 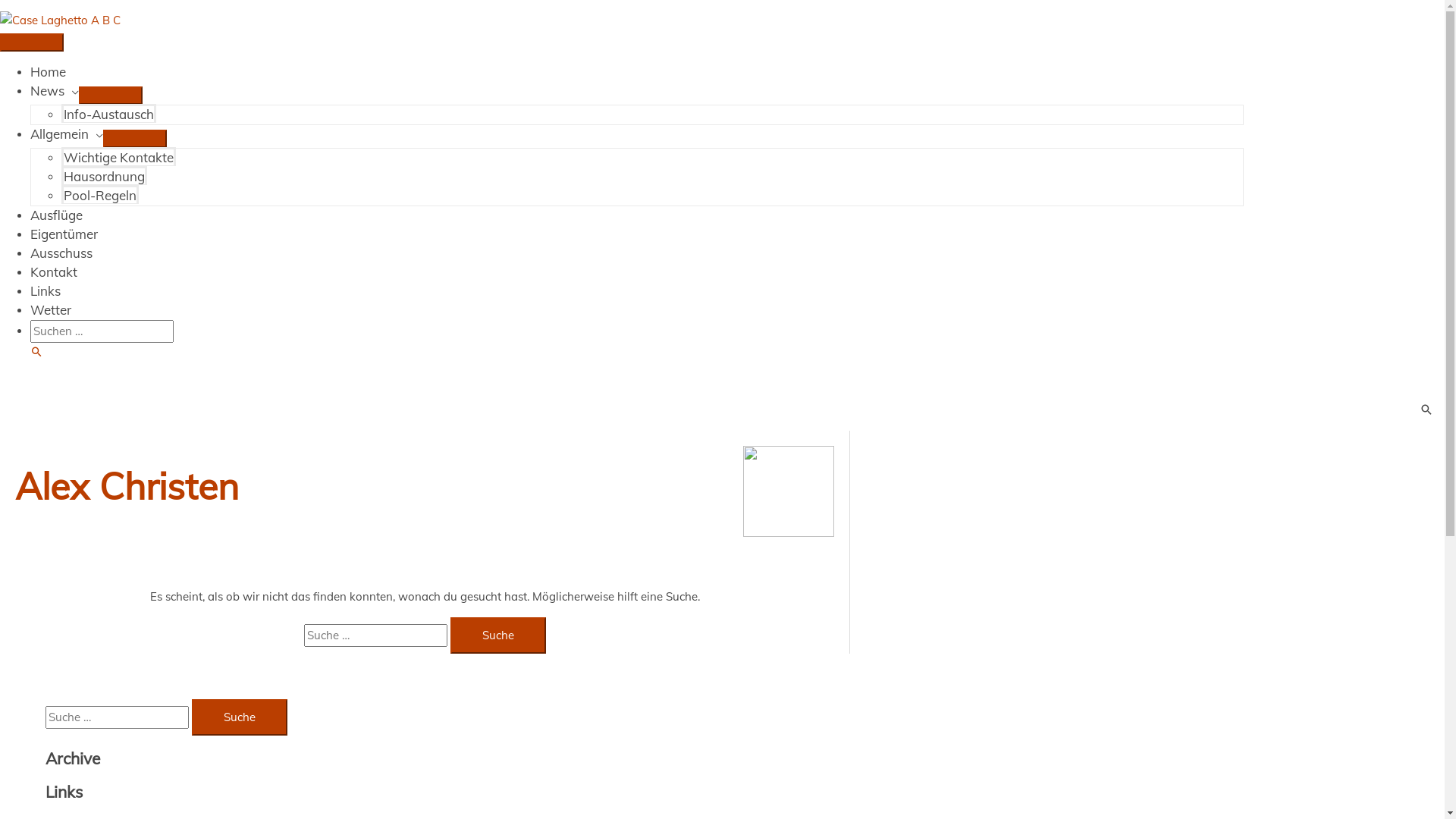 What do you see at coordinates (118, 156) in the screenshot?
I see `'Wichtige Kontakte'` at bounding box center [118, 156].